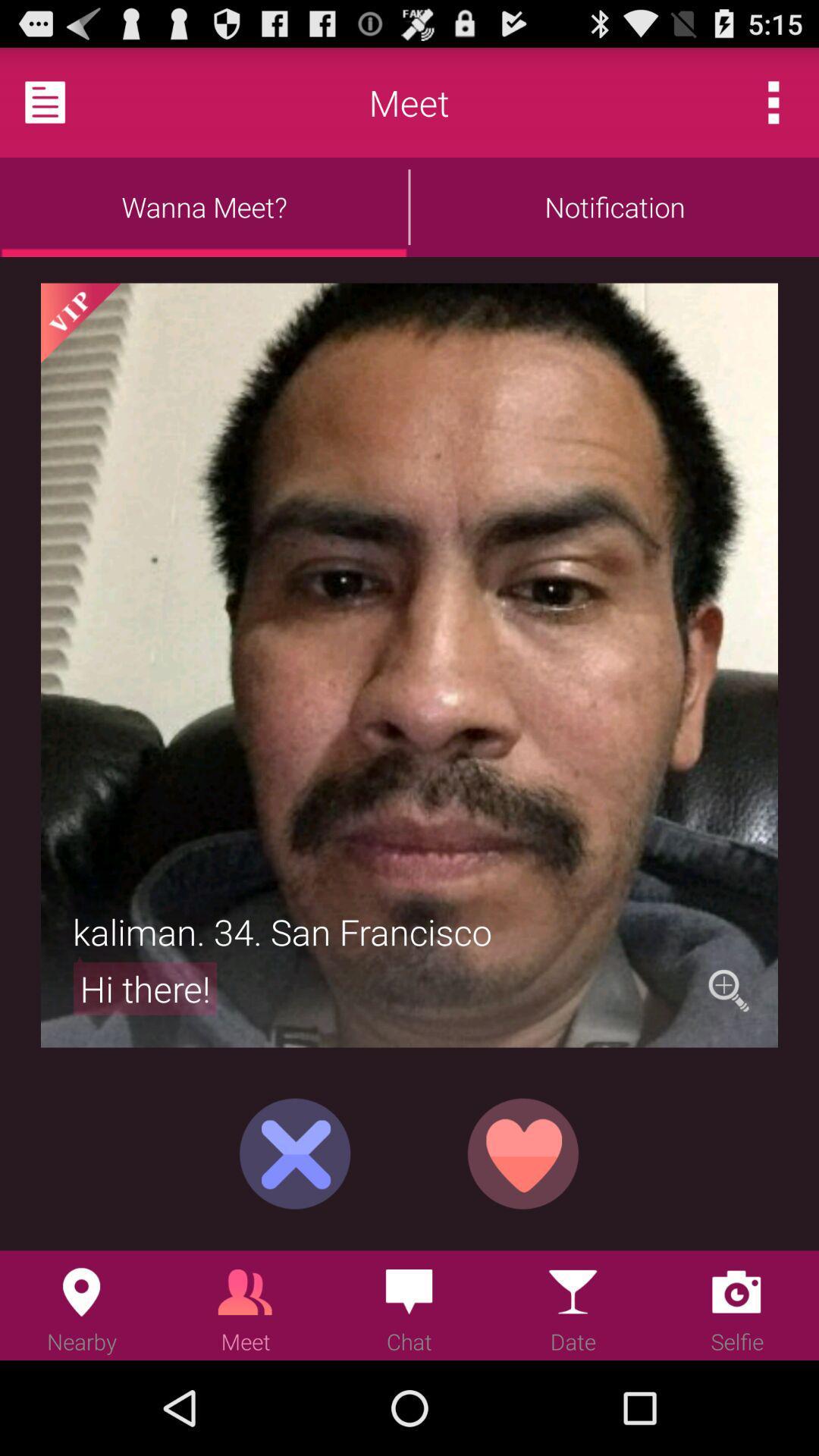  What do you see at coordinates (295, 1235) in the screenshot?
I see `the close icon` at bounding box center [295, 1235].